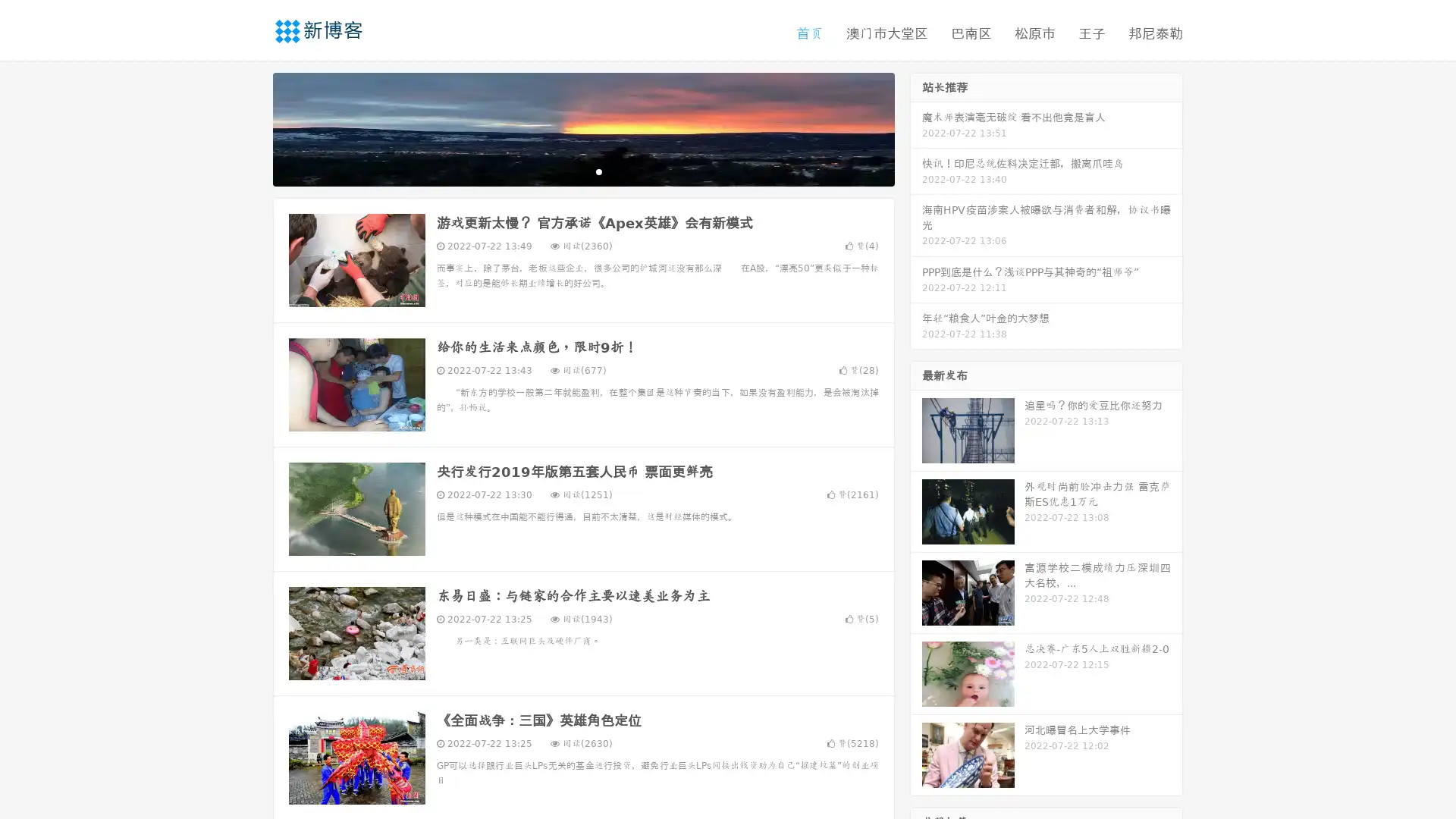 Image resolution: width=1456 pixels, height=819 pixels. What do you see at coordinates (916, 127) in the screenshot?
I see `Next slide` at bounding box center [916, 127].